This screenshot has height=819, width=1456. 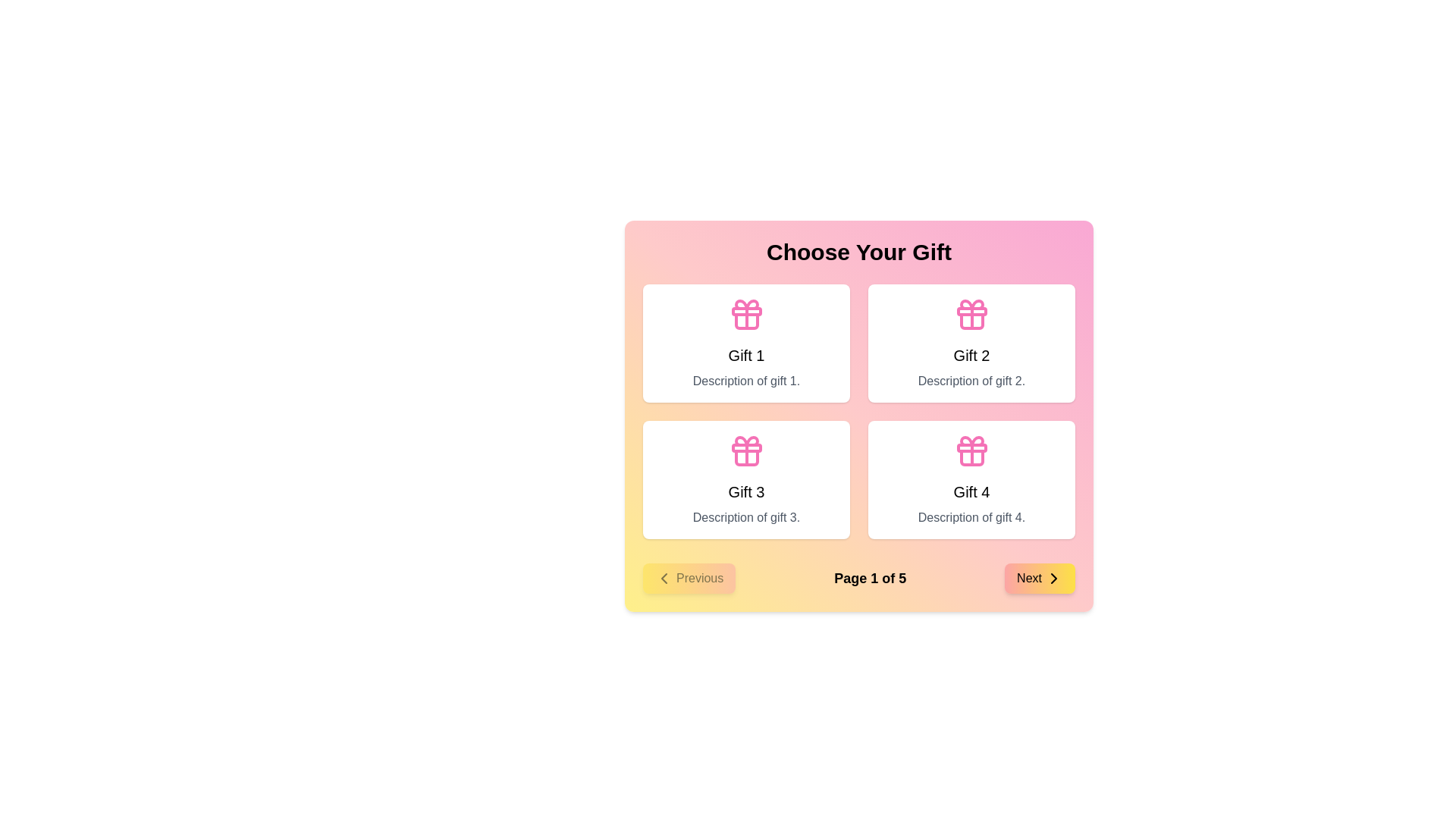 I want to click on the text label displaying 'Gift 4', which is located at the bottom-right corner of the fourth card in a 2x2 grid layout, so click(x=971, y=491).